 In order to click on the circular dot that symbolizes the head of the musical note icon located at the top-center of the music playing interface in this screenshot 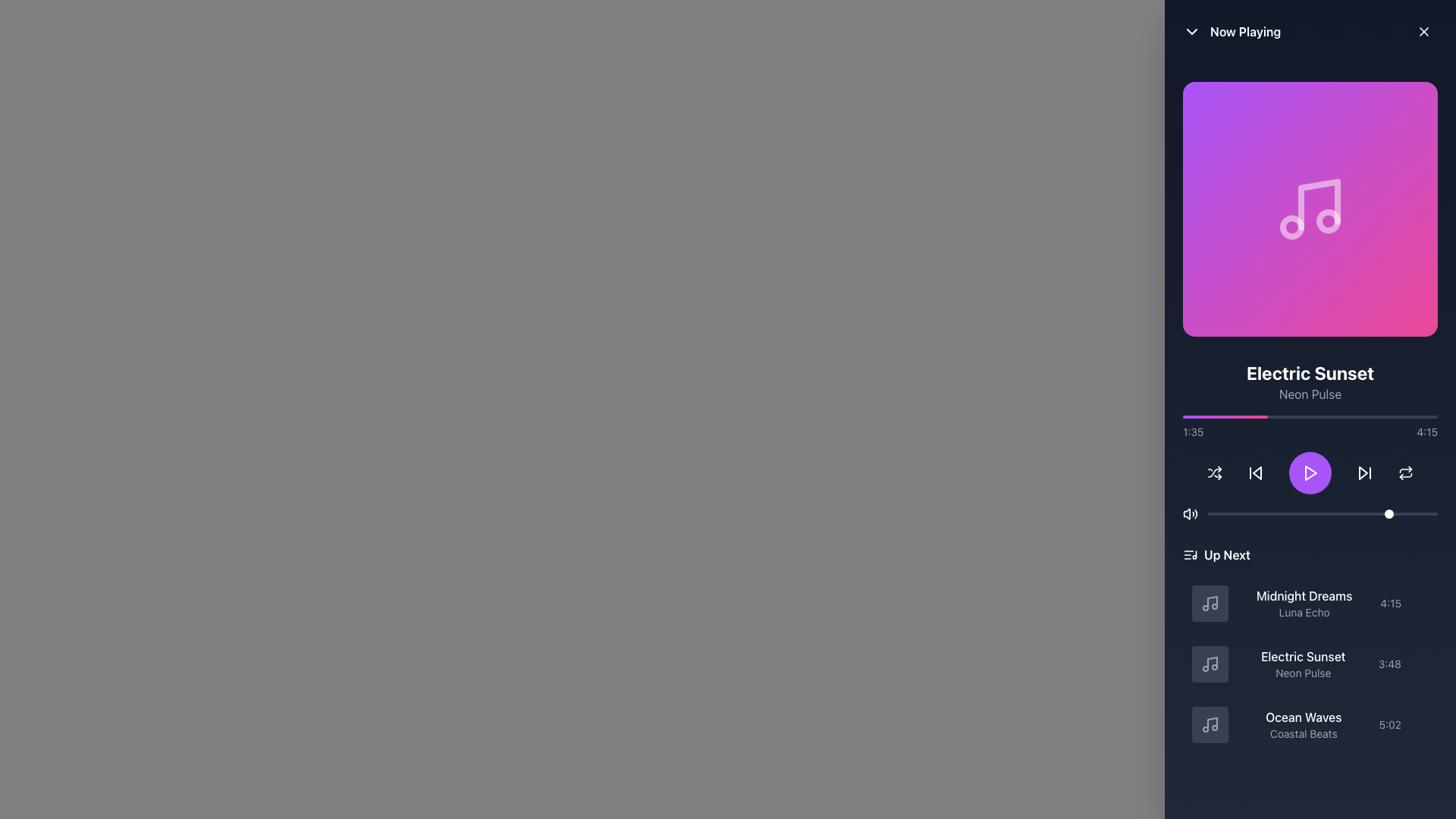, I will do `click(1328, 221)`.